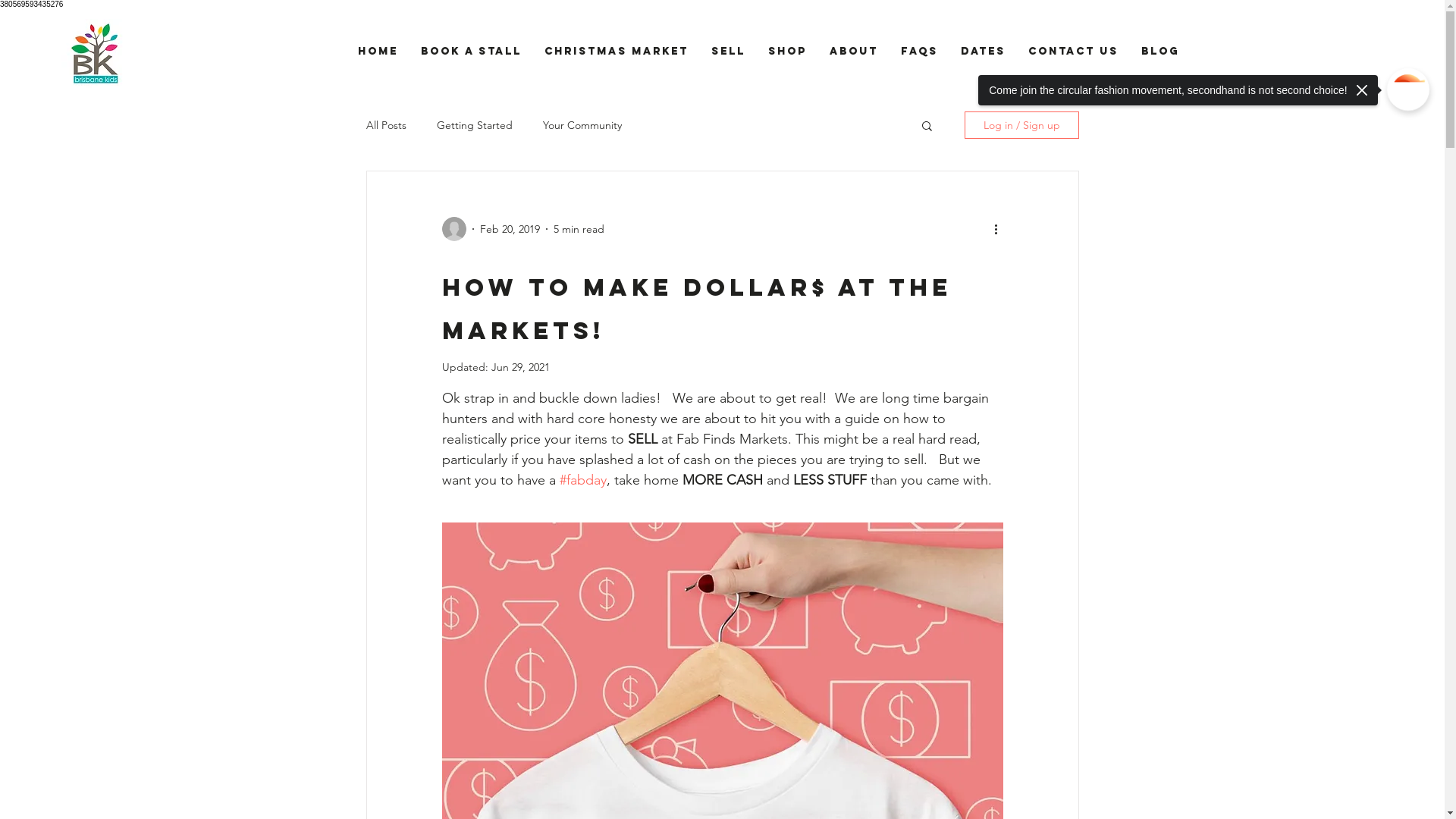 The height and width of the screenshot is (819, 1456). Describe the element at coordinates (983, 51) in the screenshot. I see `'DATES'` at that location.